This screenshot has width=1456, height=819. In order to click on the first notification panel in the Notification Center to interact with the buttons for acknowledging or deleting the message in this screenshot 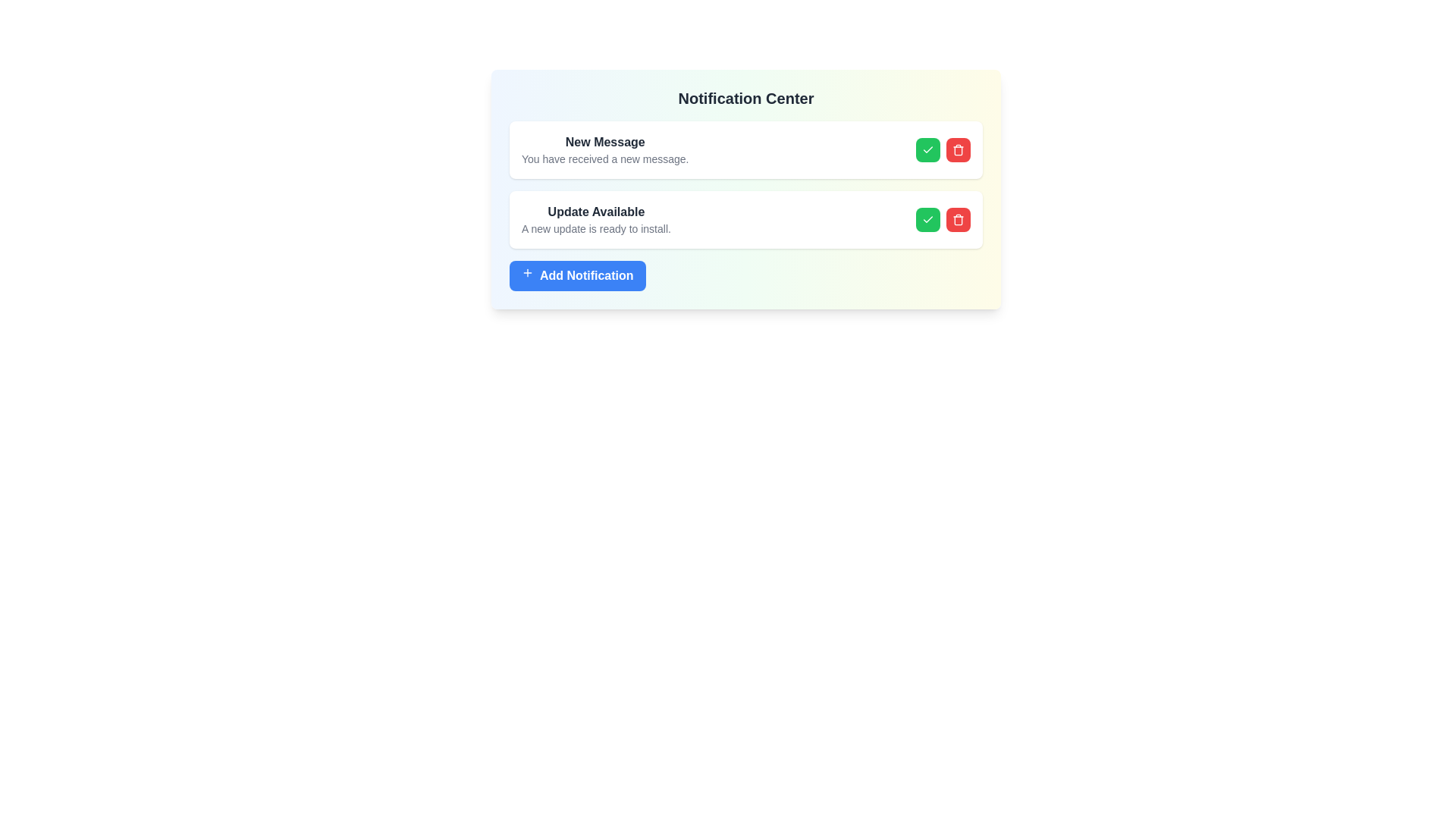, I will do `click(745, 149)`.